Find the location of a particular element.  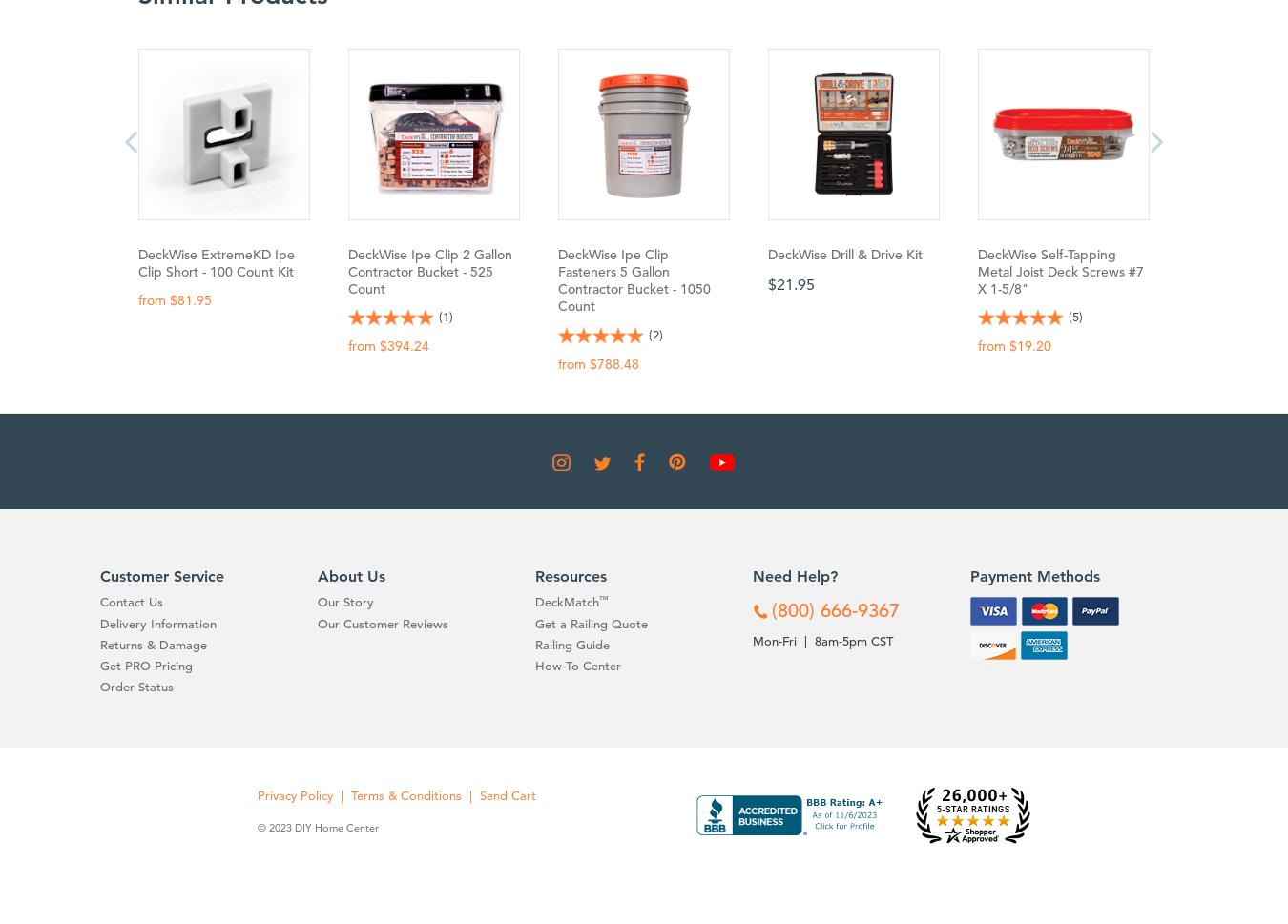

'Terms & Conditions' is located at coordinates (406, 793).